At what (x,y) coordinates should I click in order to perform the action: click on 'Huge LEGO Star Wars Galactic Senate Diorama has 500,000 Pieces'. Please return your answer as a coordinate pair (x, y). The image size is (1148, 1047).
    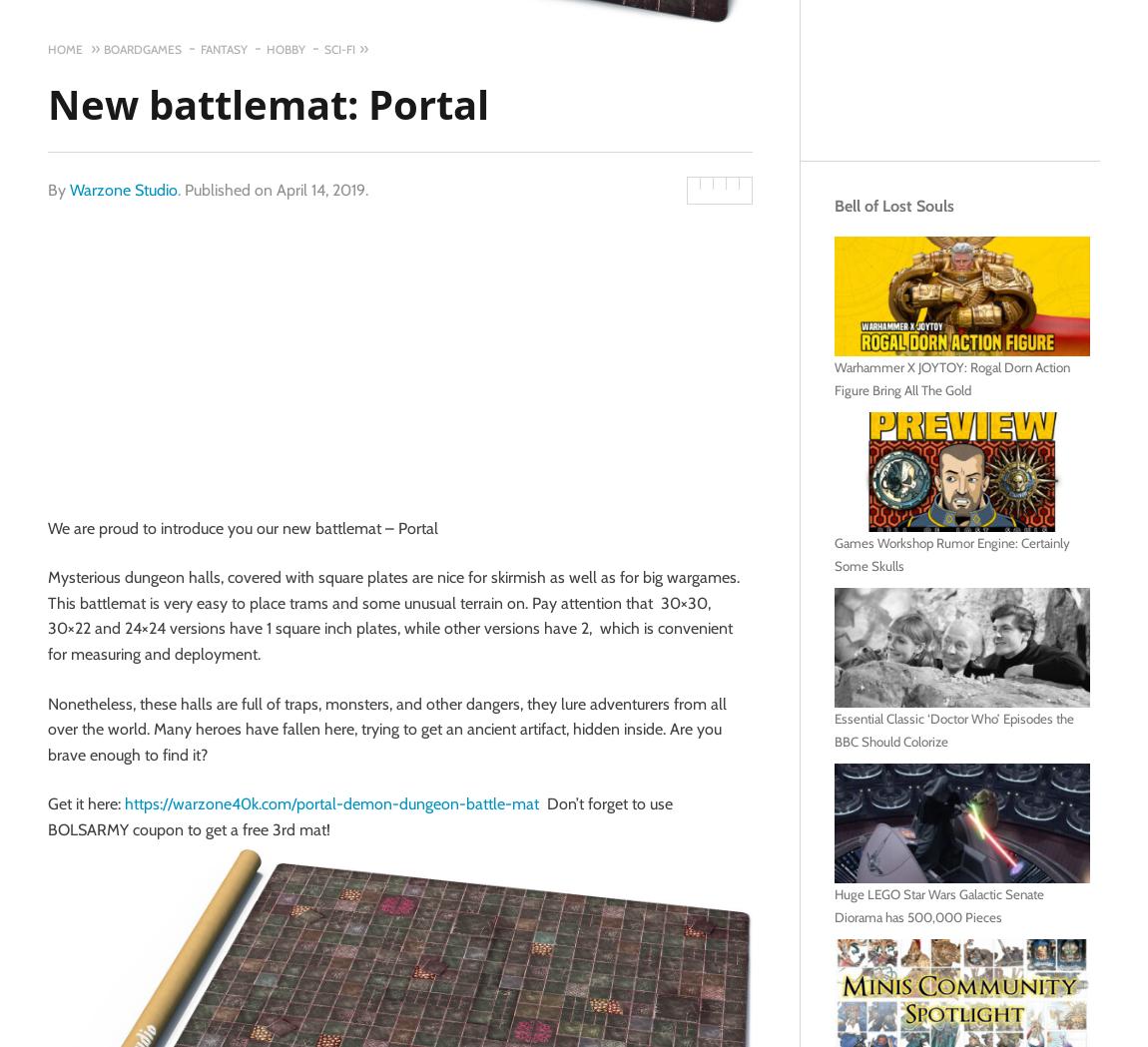
    Looking at the image, I should click on (939, 904).